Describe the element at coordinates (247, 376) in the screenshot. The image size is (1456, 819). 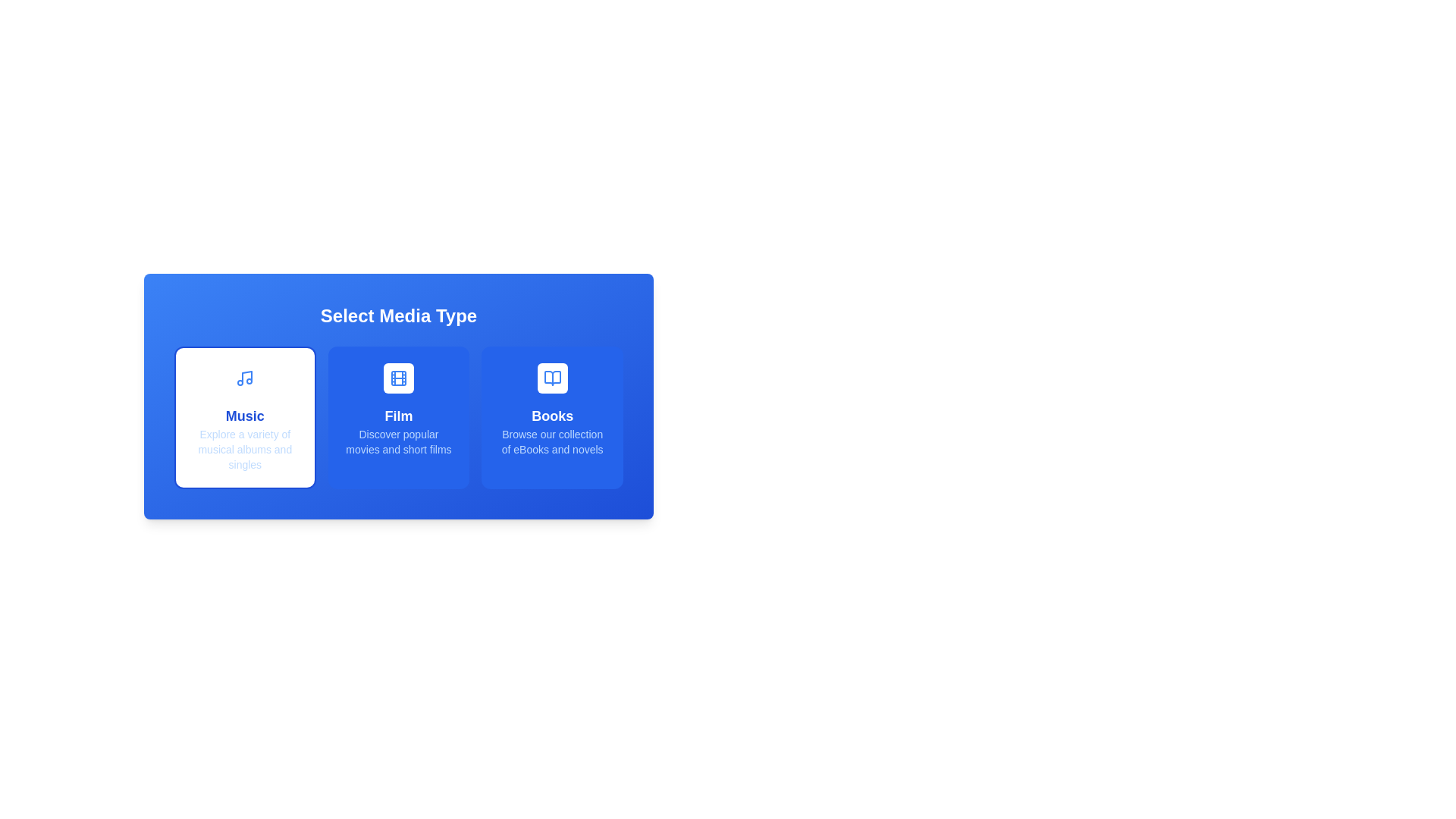
I see `vertical line element of the musical note icon located in the upper-left region of the 'Music' card for development purposes` at that location.